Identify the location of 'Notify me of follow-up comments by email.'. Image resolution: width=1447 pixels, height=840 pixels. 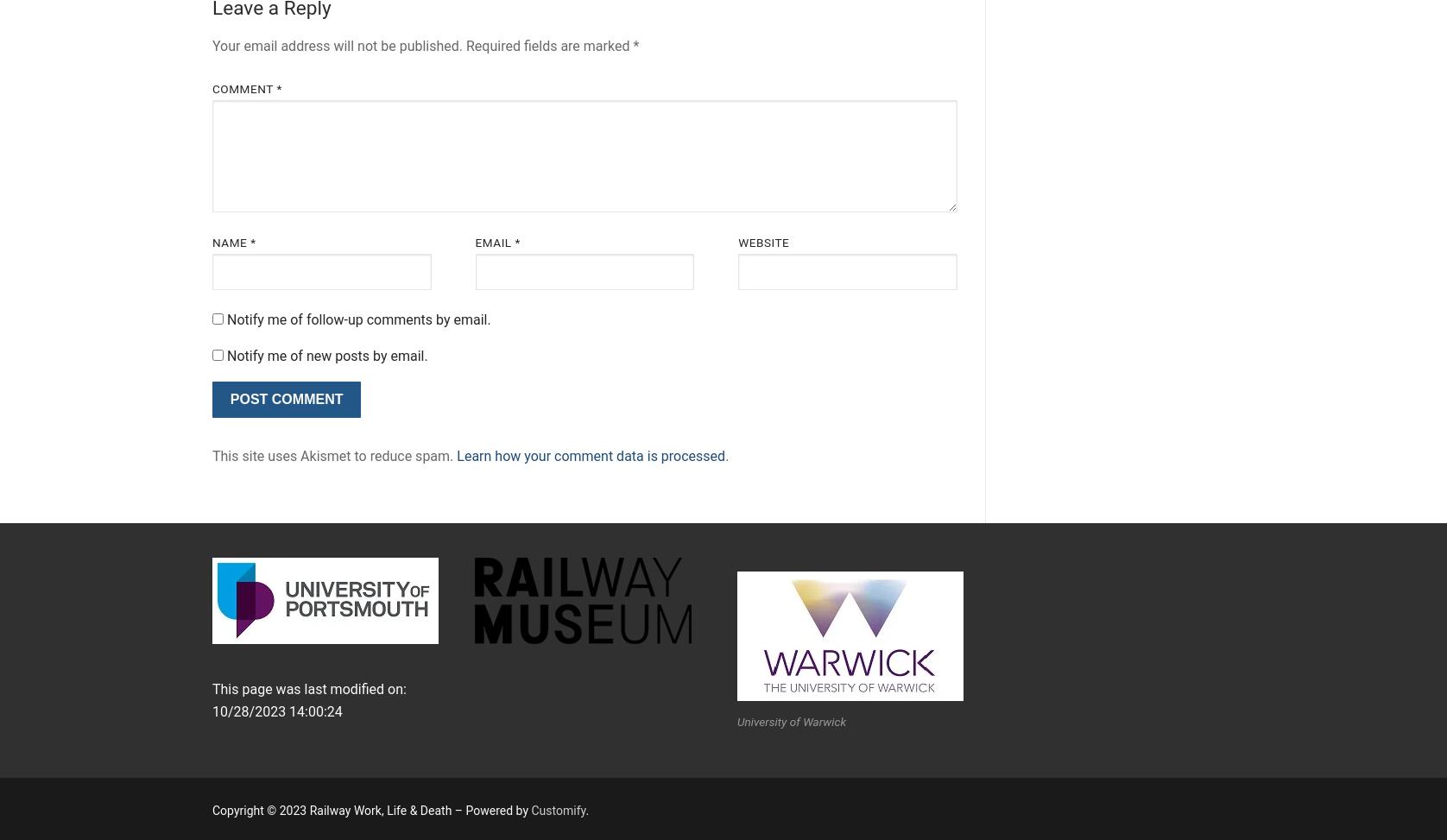
(357, 319).